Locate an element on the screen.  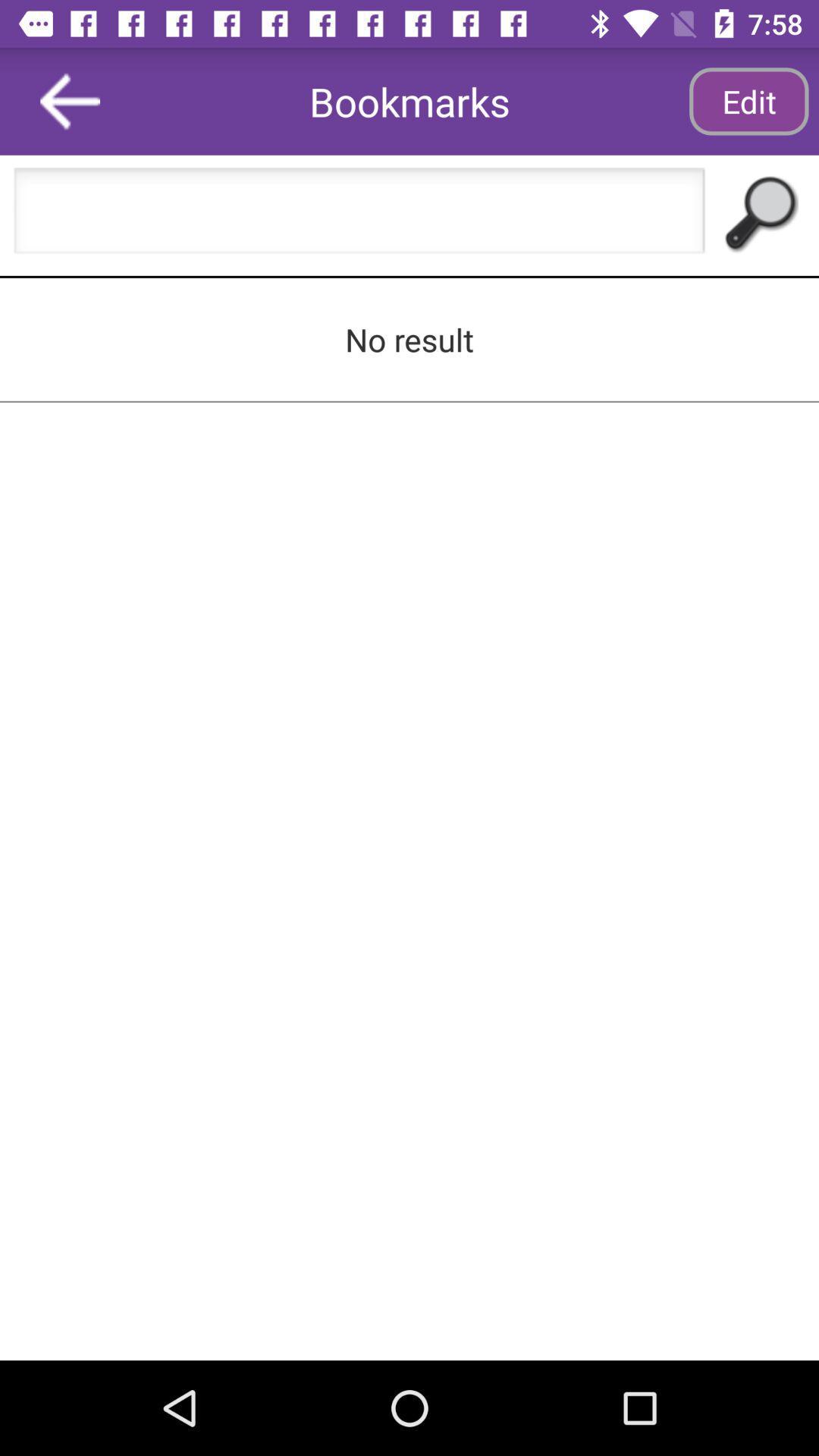
the no result is located at coordinates (409, 338).